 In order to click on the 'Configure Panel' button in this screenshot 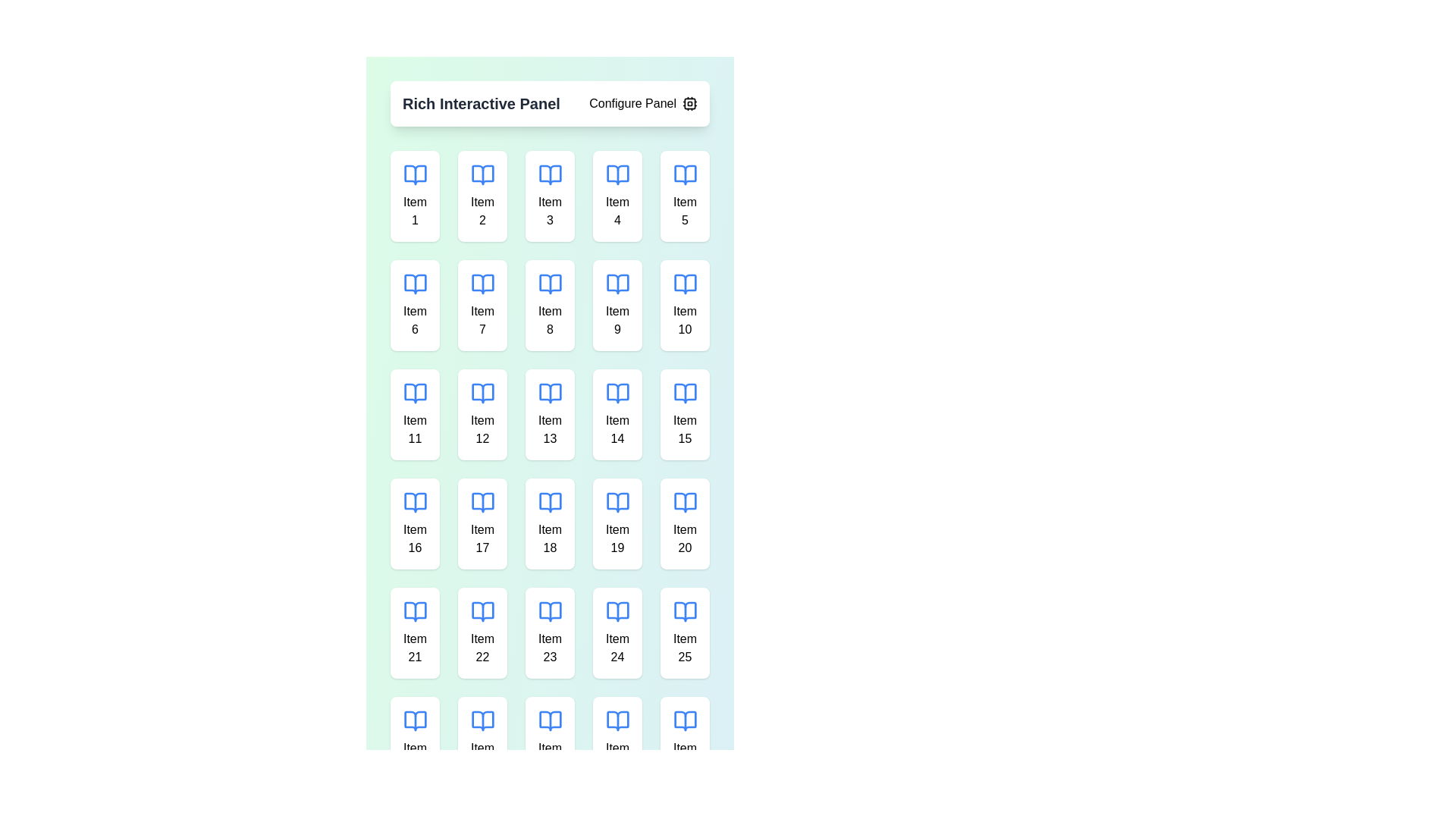, I will do `click(643, 103)`.